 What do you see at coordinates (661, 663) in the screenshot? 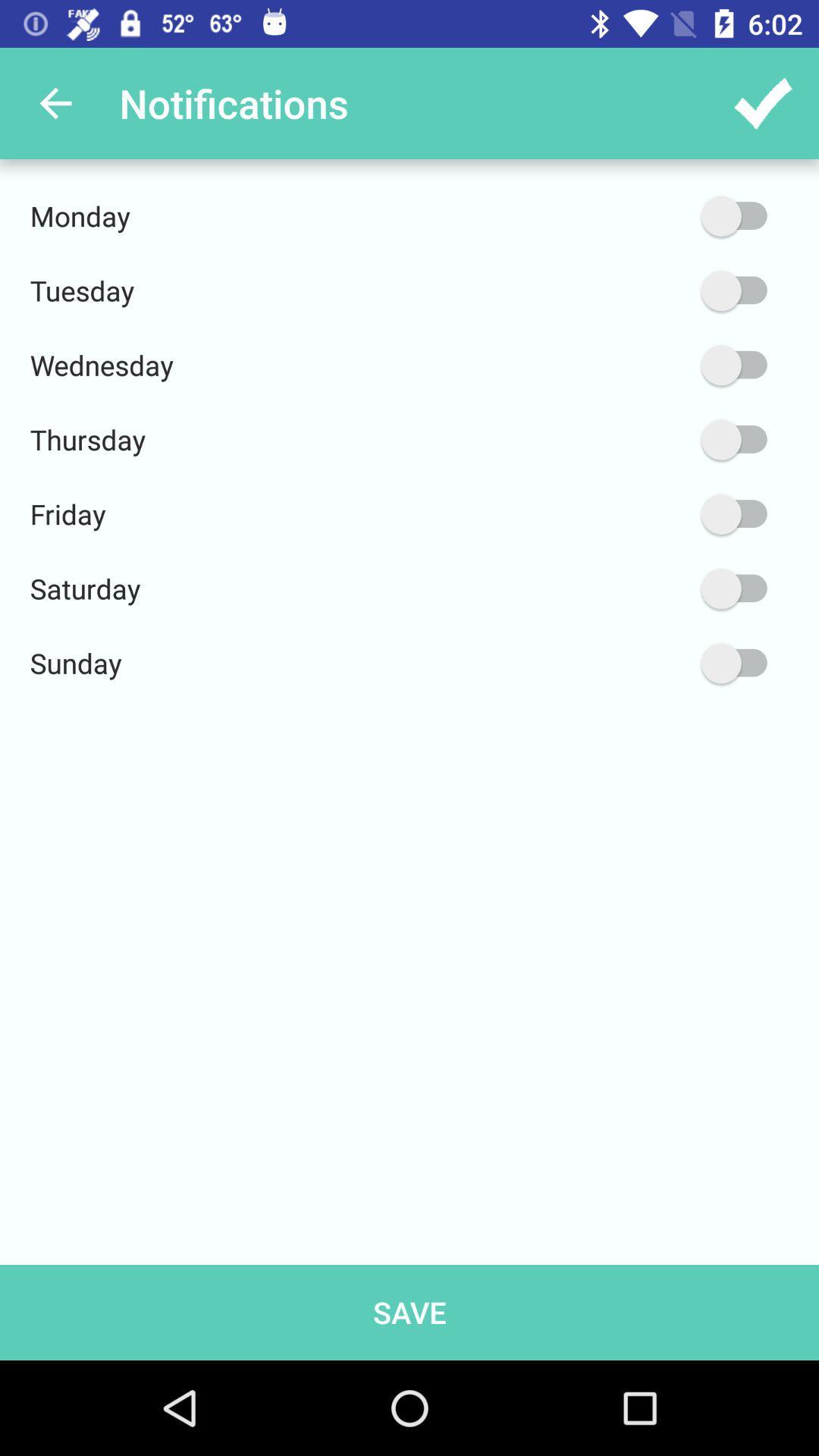
I see `the icon above save item` at bounding box center [661, 663].